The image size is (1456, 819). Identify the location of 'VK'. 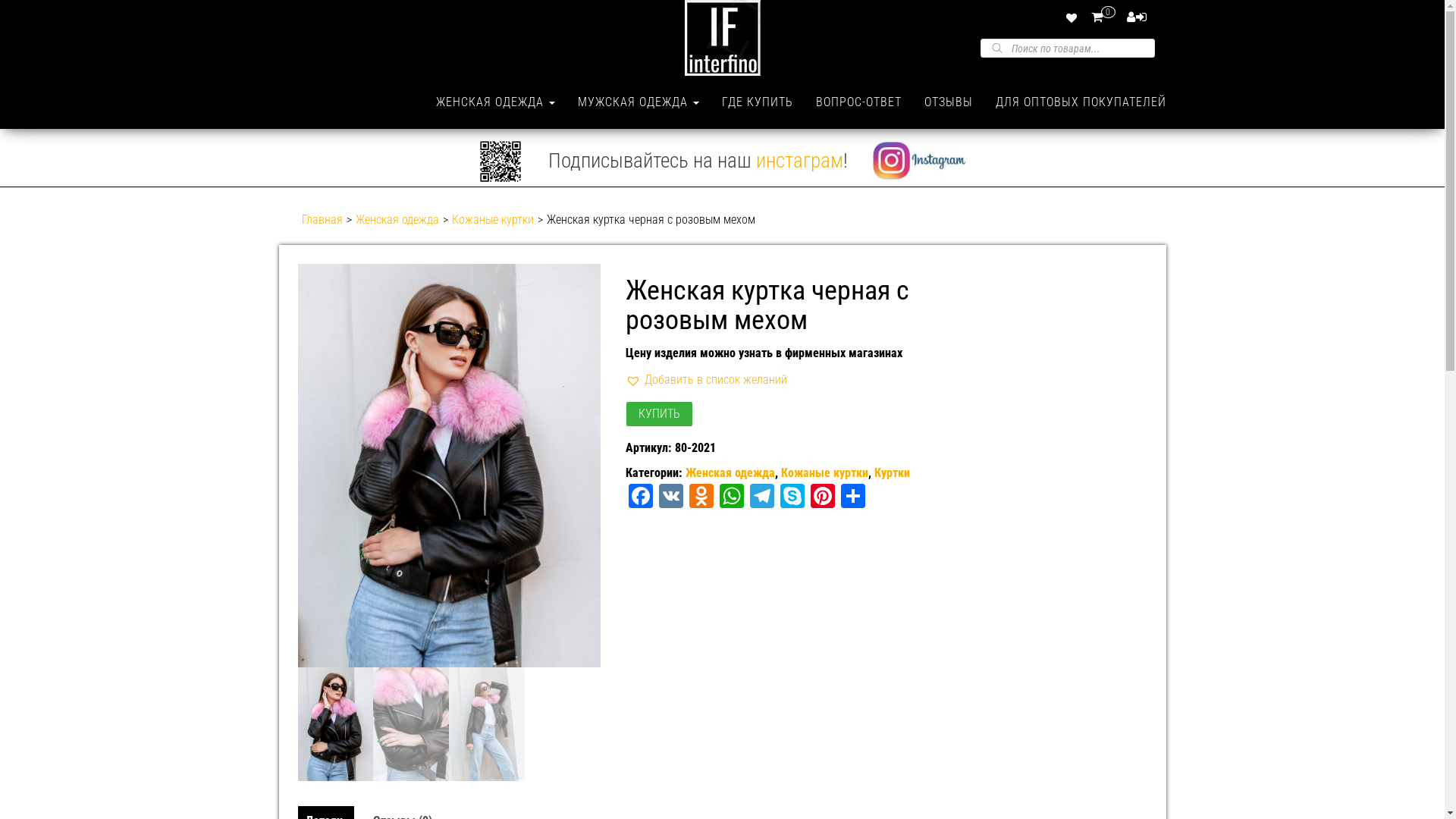
(670, 497).